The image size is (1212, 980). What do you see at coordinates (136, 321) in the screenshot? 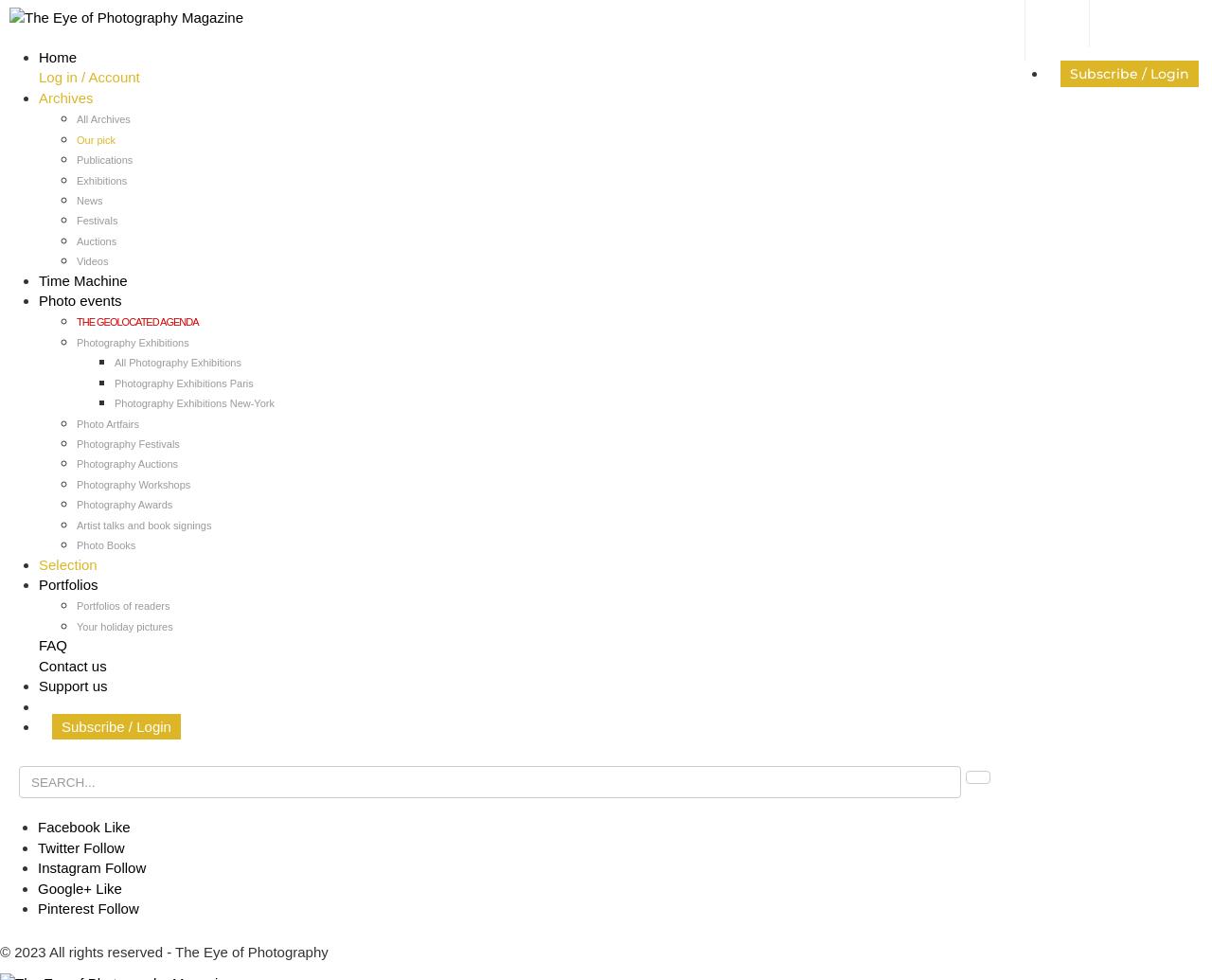
I see `'THE GEOLOCATED AGENDA'` at bounding box center [136, 321].